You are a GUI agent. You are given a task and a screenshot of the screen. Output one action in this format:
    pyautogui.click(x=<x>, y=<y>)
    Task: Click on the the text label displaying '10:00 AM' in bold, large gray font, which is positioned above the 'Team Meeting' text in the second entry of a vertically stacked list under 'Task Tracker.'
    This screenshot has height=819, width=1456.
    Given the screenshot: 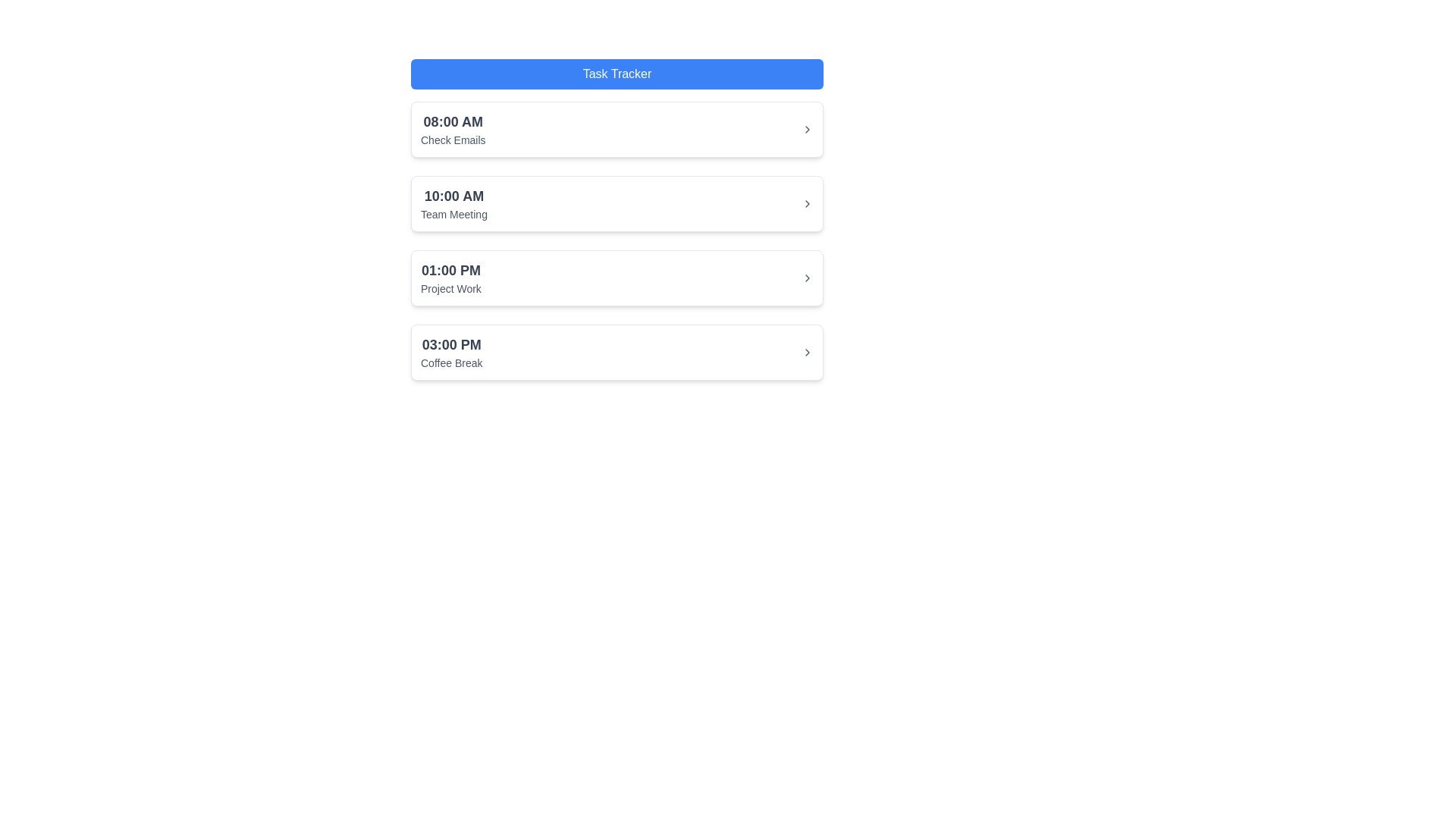 What is the action you would take?
    pyautogui.click(x=453, y=195)
    